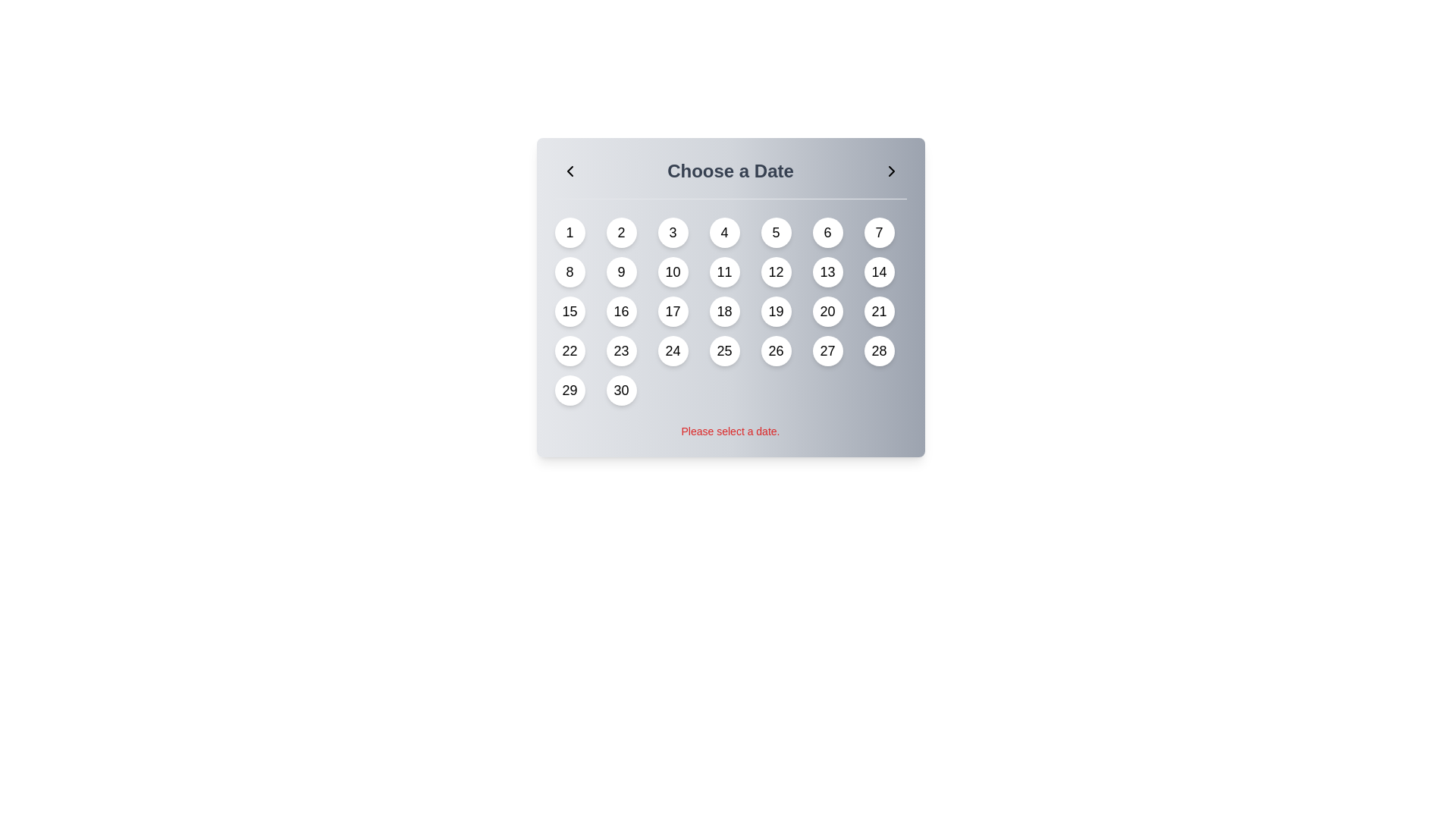 The width and height of the screenshot is (1456, 819). I want to click on the Chevron Left icon, which is a triangular shape styled for navigation, located in the top-left corner of the date selection interface aligned with the 'Choose a Date' title, so click(569, 171).